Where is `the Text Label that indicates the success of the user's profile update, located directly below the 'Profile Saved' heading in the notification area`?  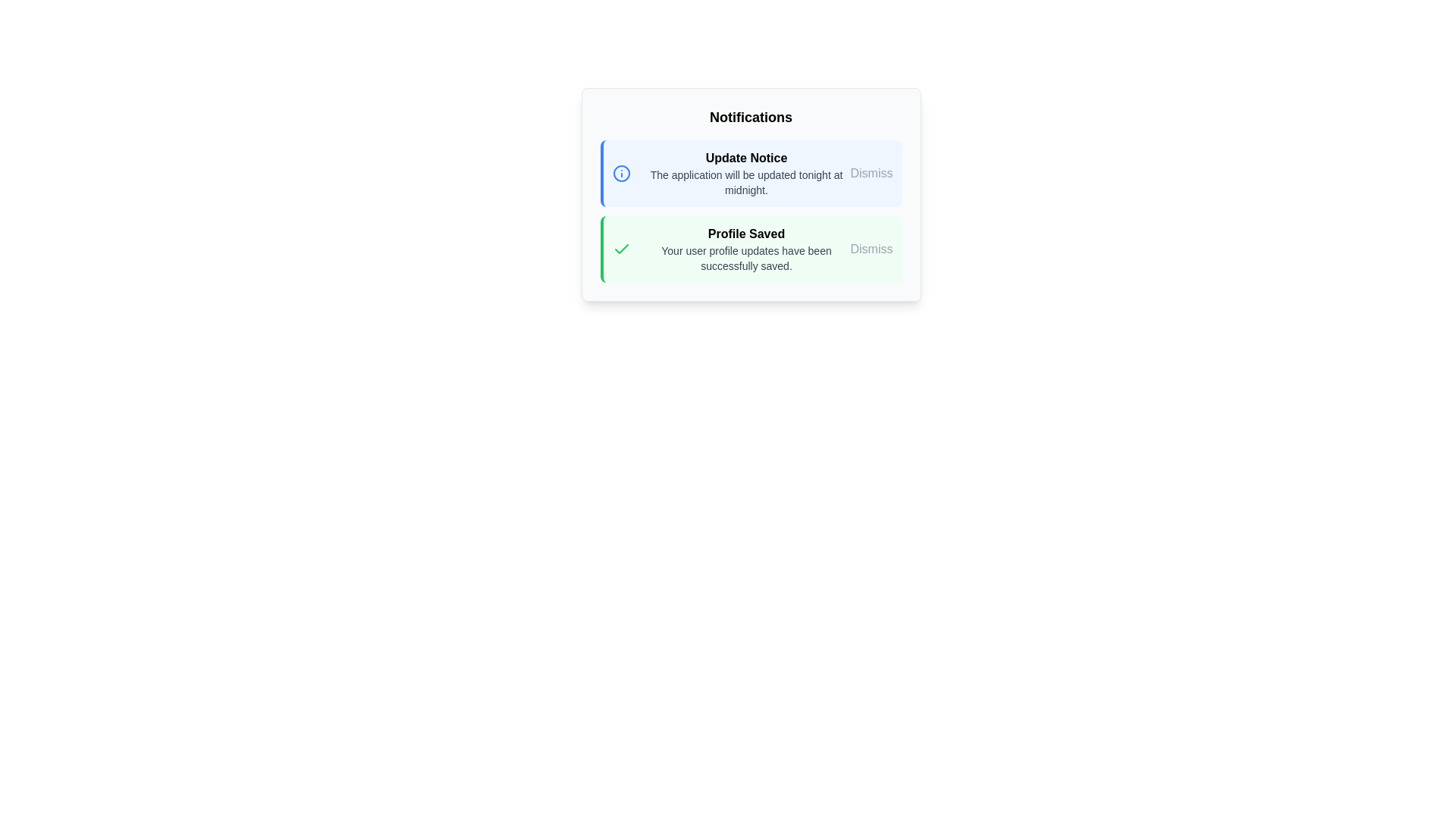
the Text Label that indicates the success of the user's profile update, located directly below the 'Profile Saved' heading in the notification area is located at coordinates (746, 257).